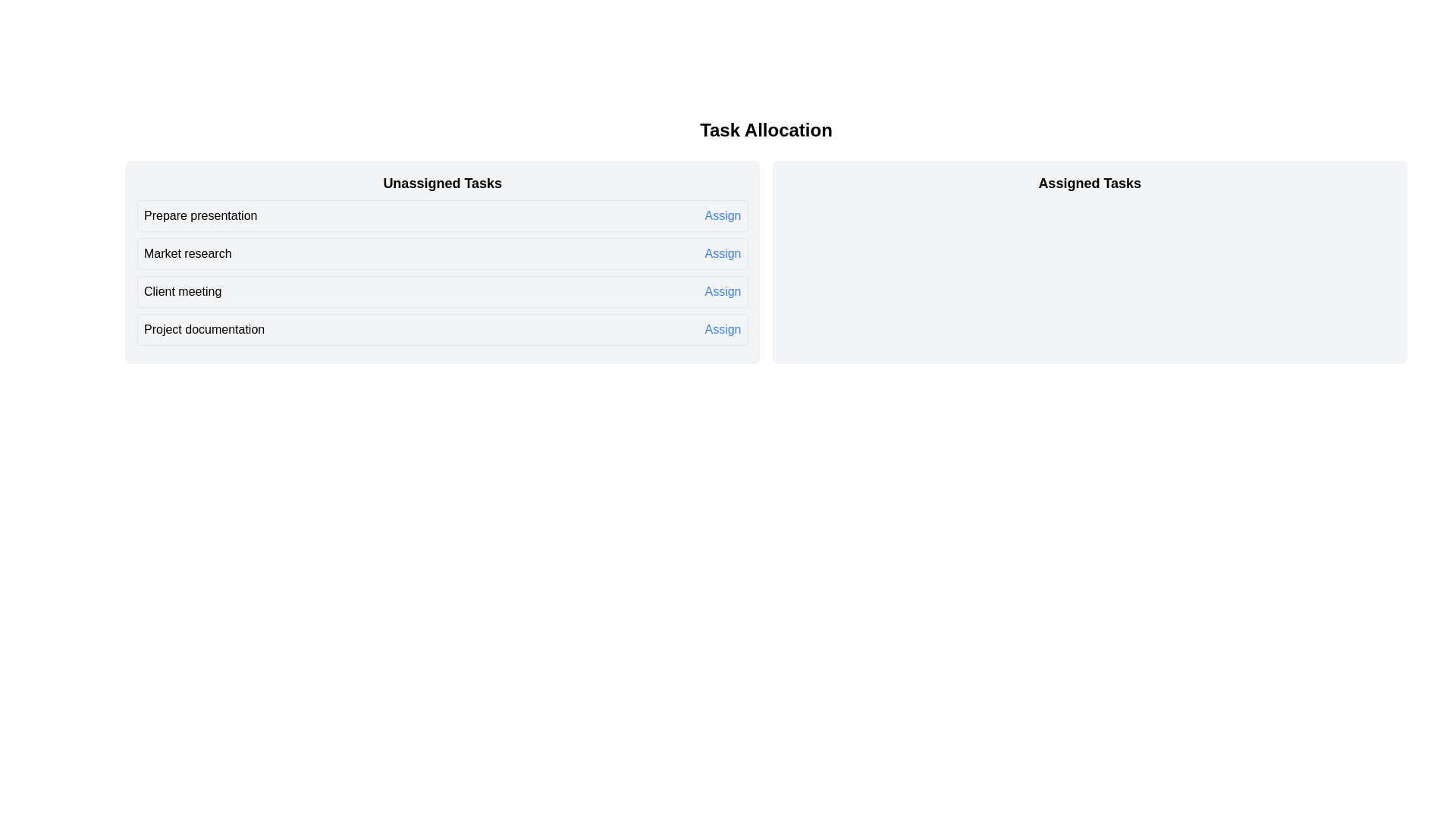 The image size is (1456, 819). Describe the element at coordinates (722, 292) in the screenshot. I see `the 'Assign' hyperlink styled text located in the right section of the task list for 'Client meeting'` at that location.